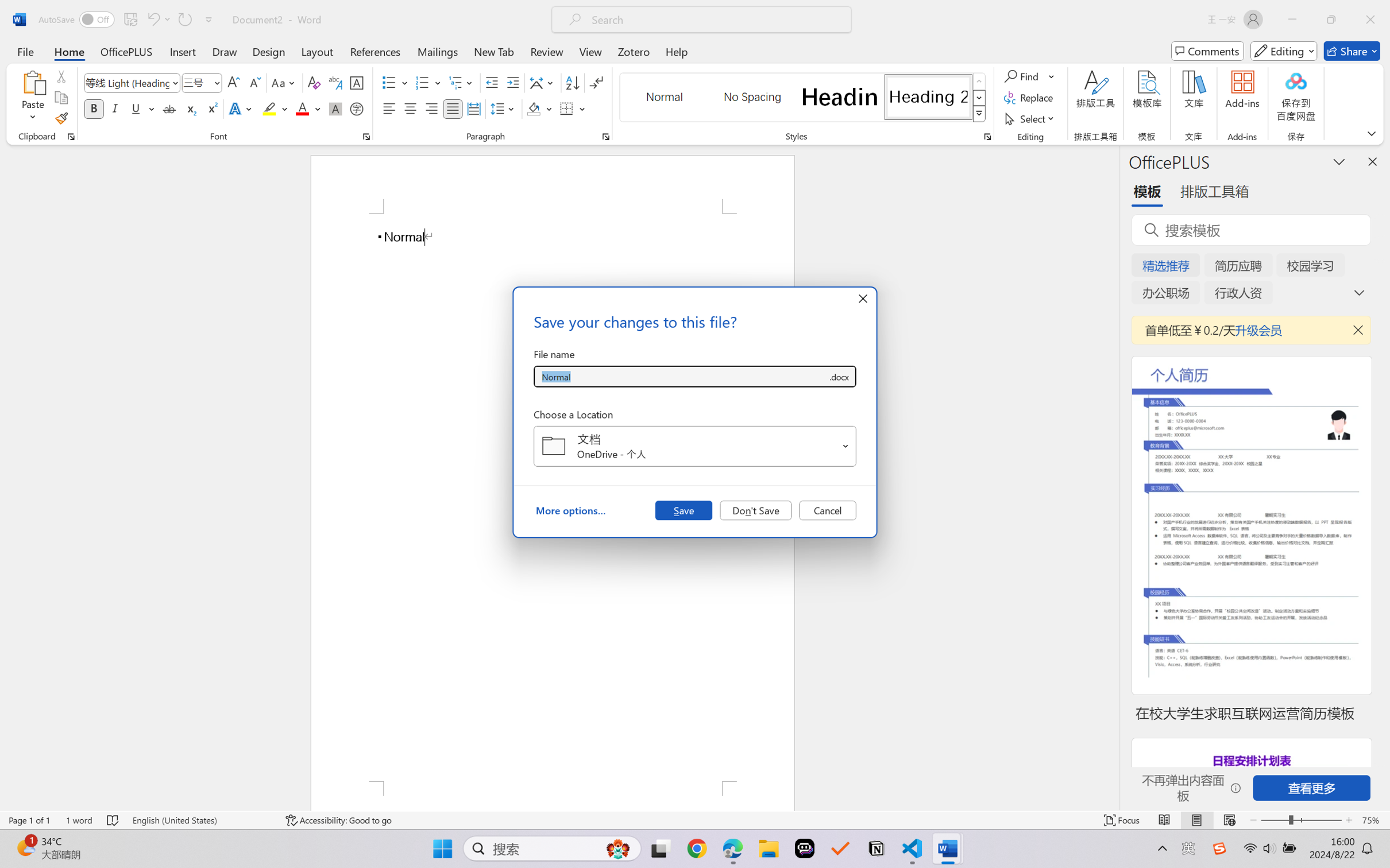 Image resolution: width=1390 pixels, height=868 pixels. I want to click on 'Share', so click(1351, 51).